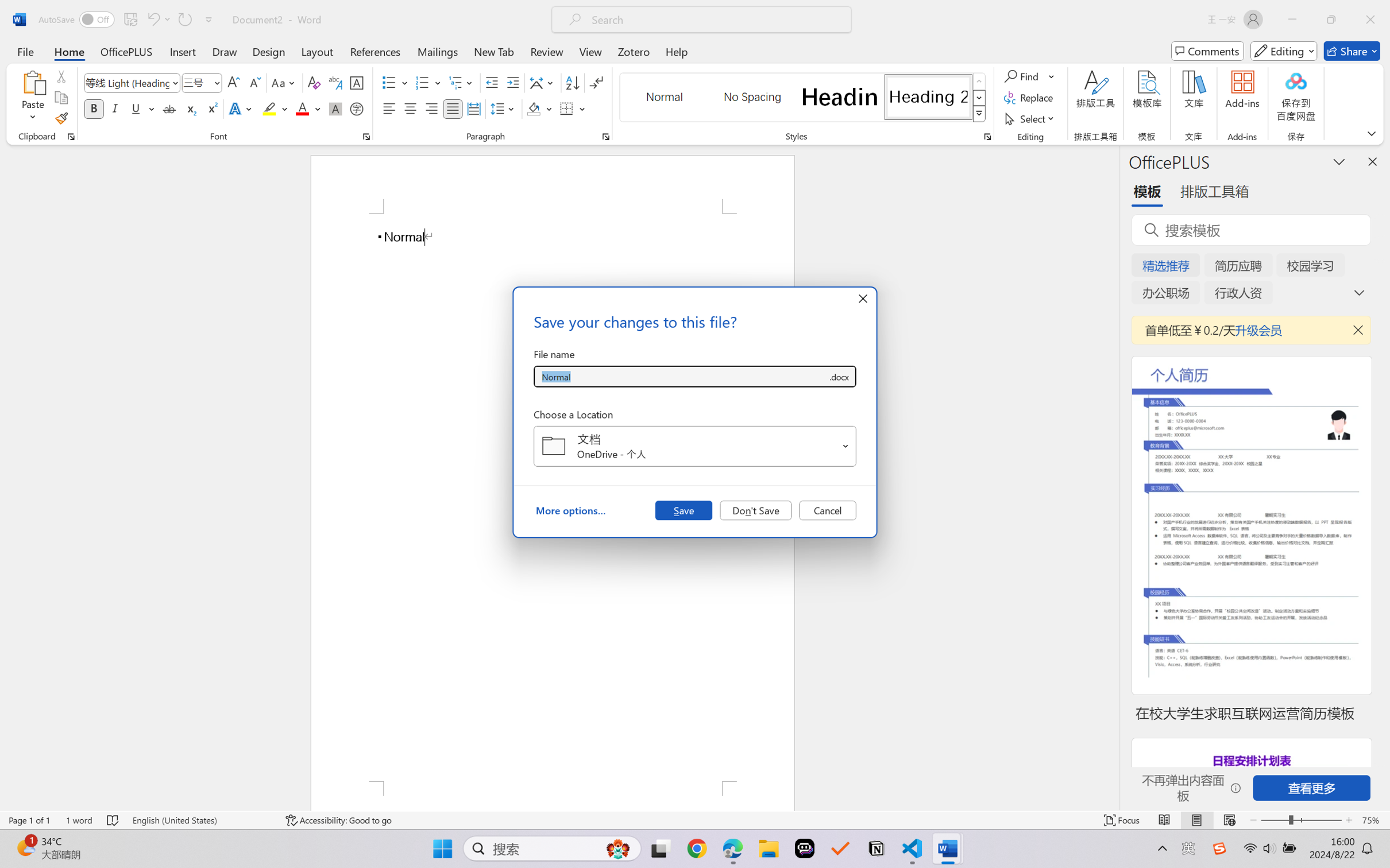 Image resolution: width=1390 pixels, height=868 pixels. I want to click on 'Share', so click(1351, 51).